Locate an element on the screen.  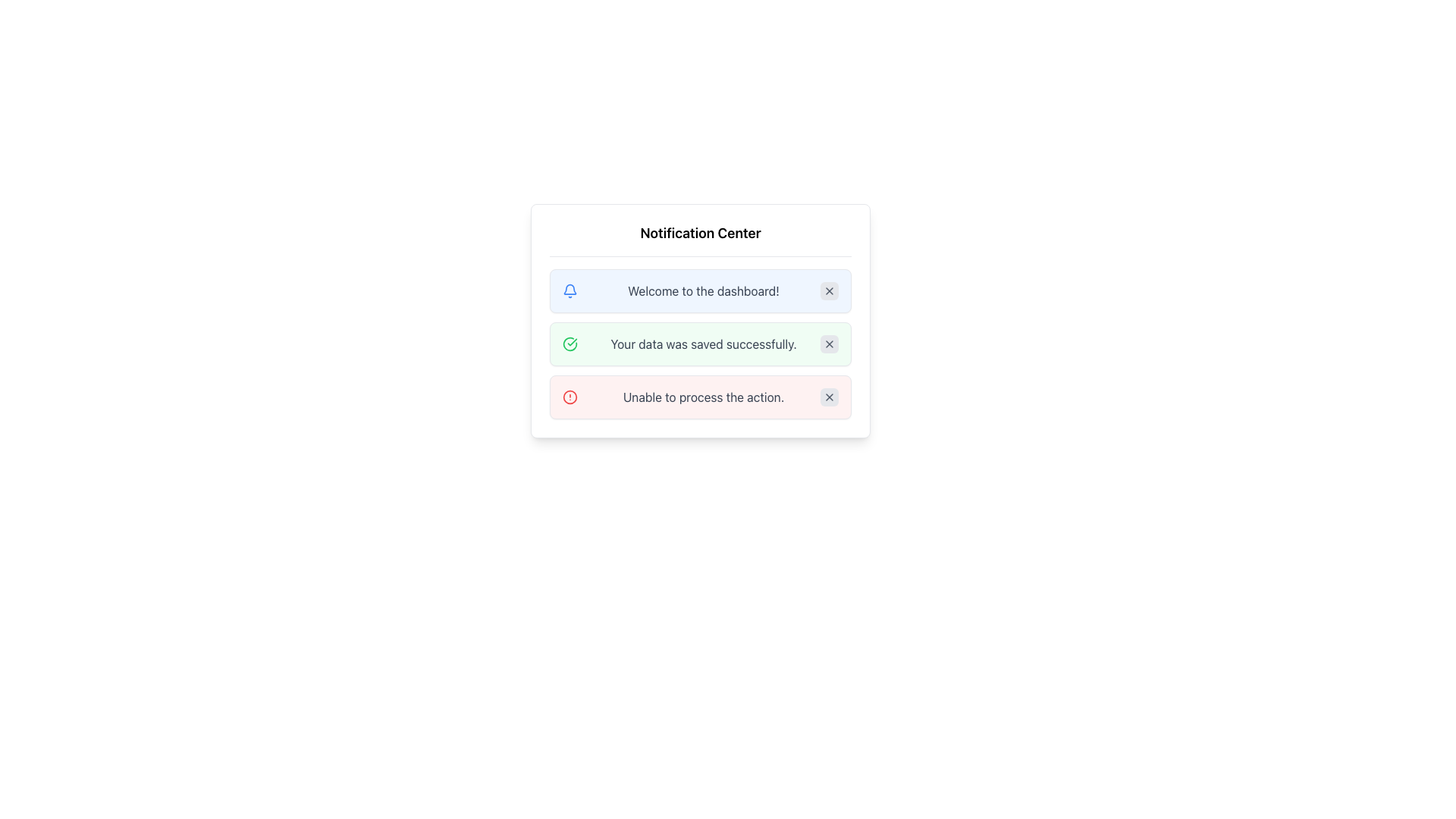
the close button located at the top-right corner of the notification with the blue background that says 'Welcome to the dashboard!' is located at coordinates (829, 291).